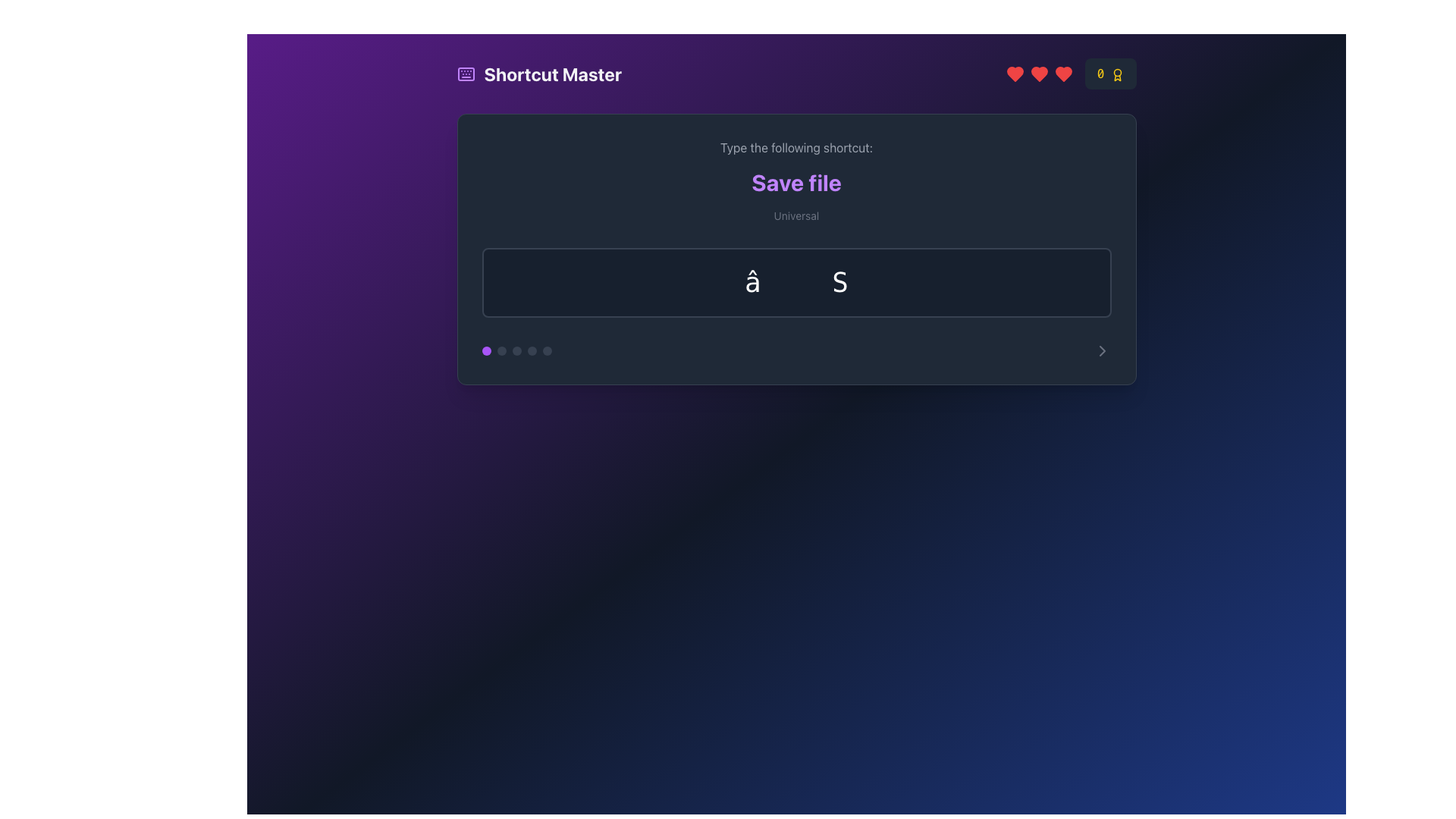  Describe the element at coordinates (1062, 74) in the screenshot. I see `the third heart icon in the top-right corner of the interface, which represents a life counter or feedback indicator` at that location.